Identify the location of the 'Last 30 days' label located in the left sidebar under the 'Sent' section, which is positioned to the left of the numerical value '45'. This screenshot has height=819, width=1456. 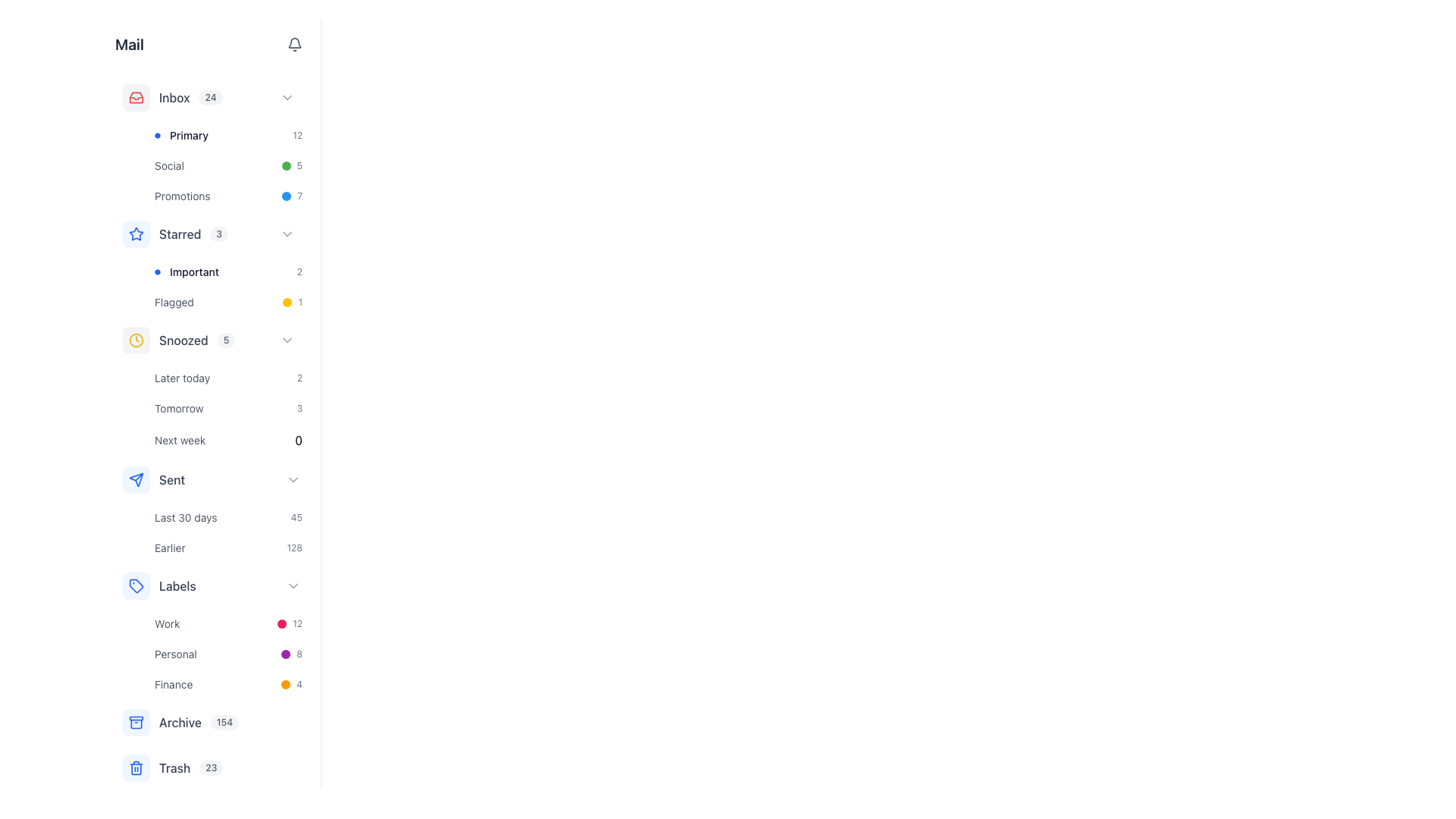
(185, 516).